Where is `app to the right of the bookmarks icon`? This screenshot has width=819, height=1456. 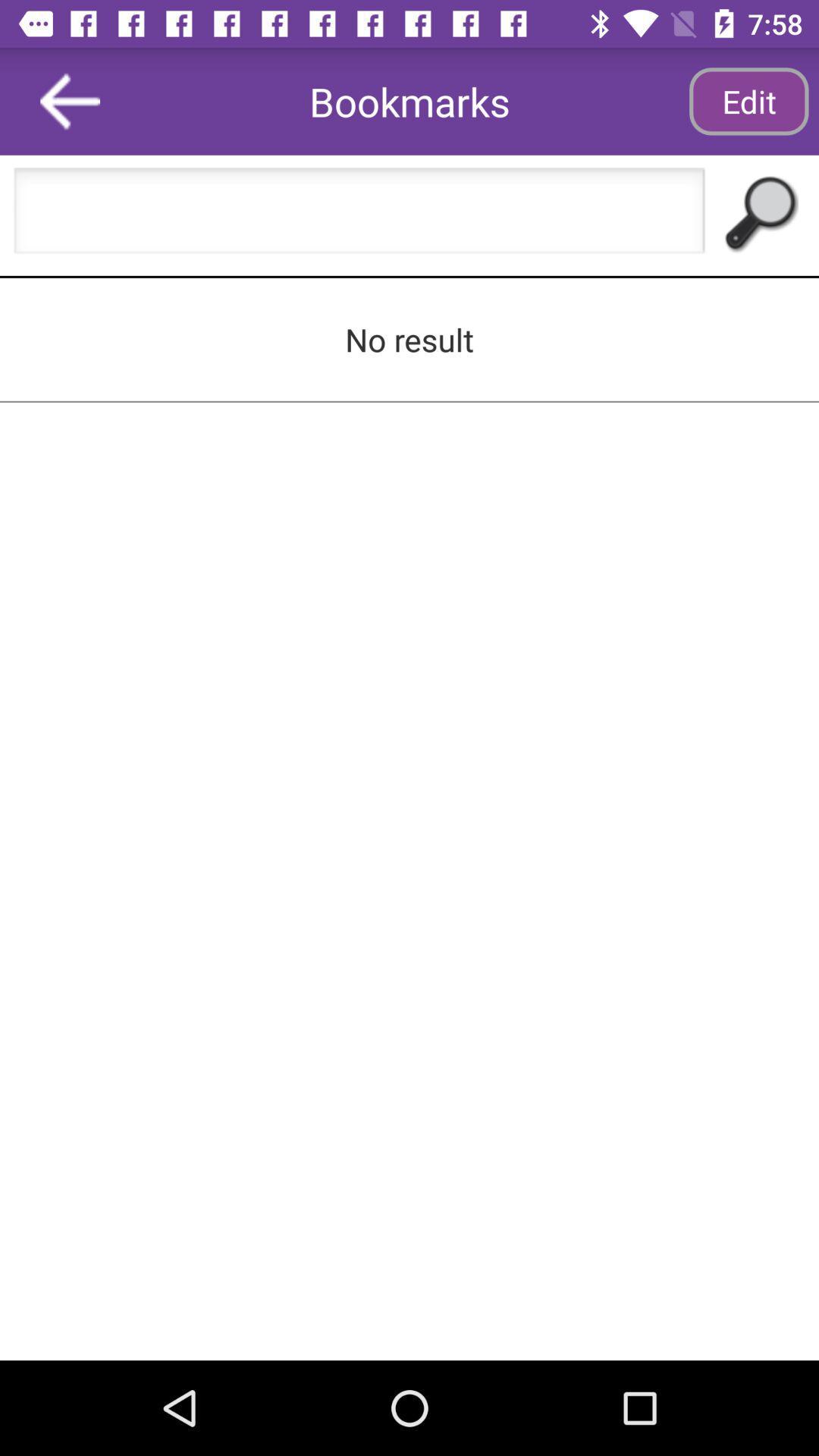 app to the right of the bookmarks icon is located at coordinates (748, 100).